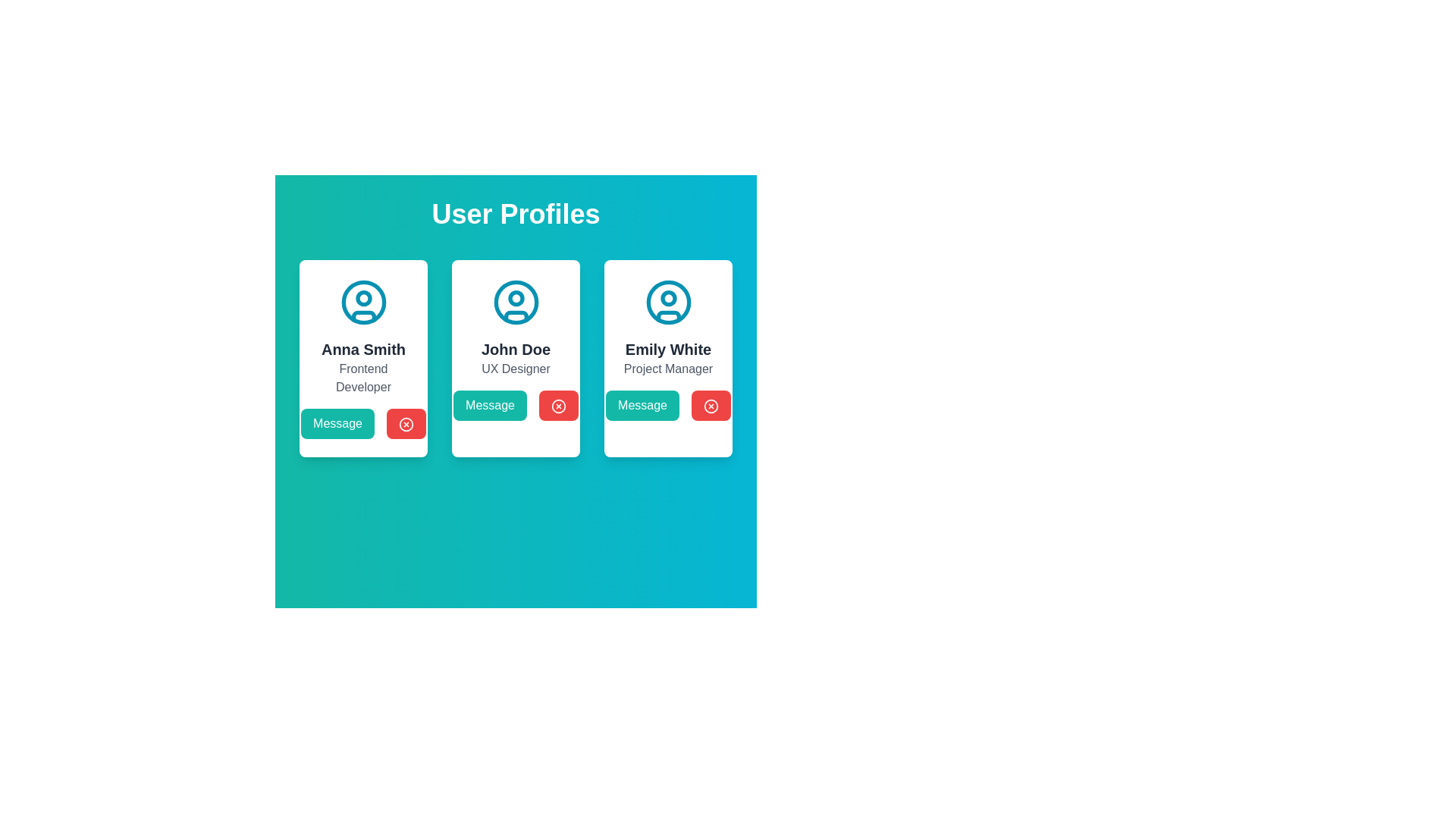 The image size is (1456, 819). I want to click on text label displaying 'John Doe' which is positioned above the text 'UX Designer' and below a graphical user avatar in the center card of a three-card layout, so click(516, 350).